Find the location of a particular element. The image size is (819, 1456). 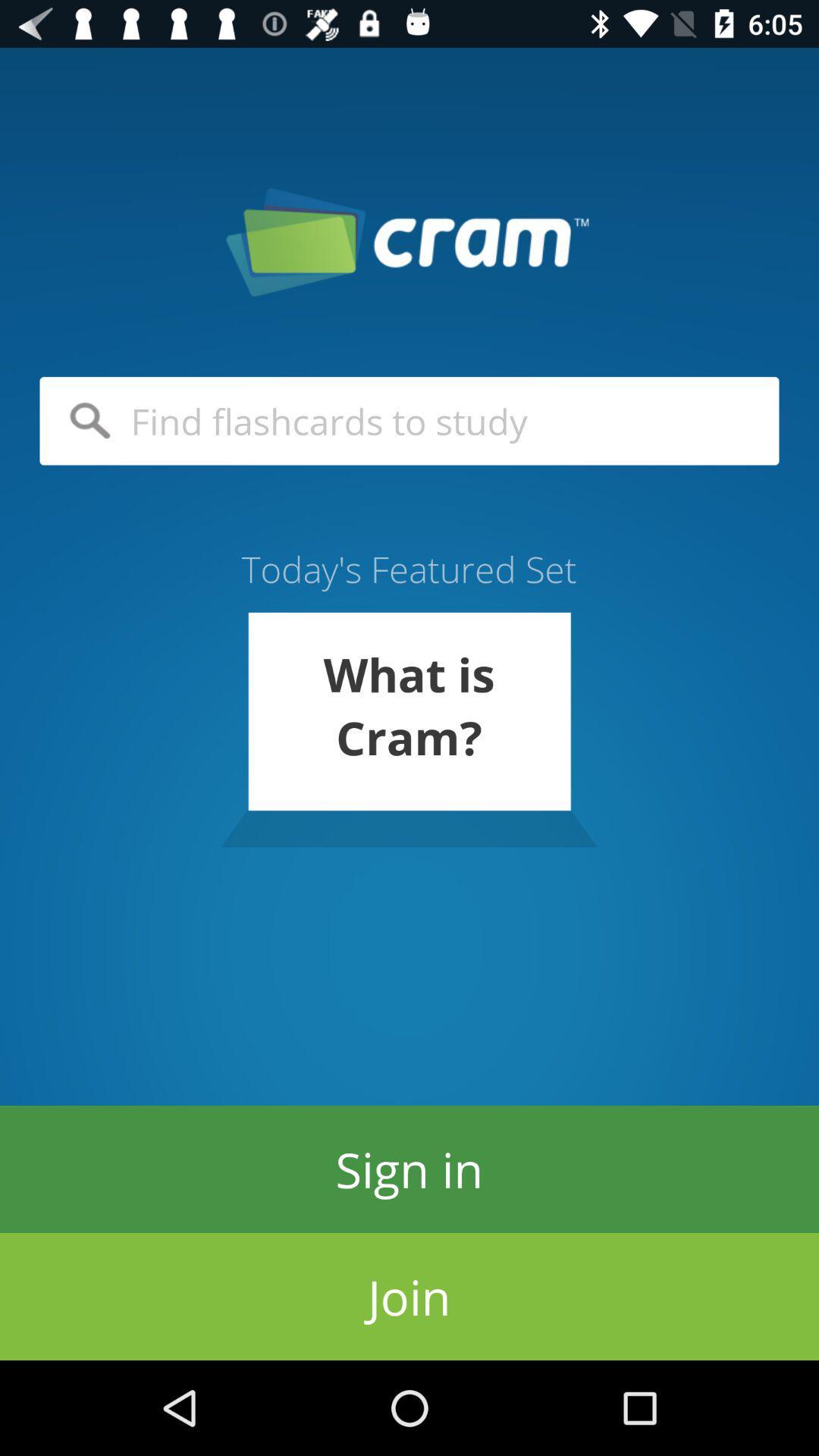

the icon below today s featured item is located at coordinates (408, 730).